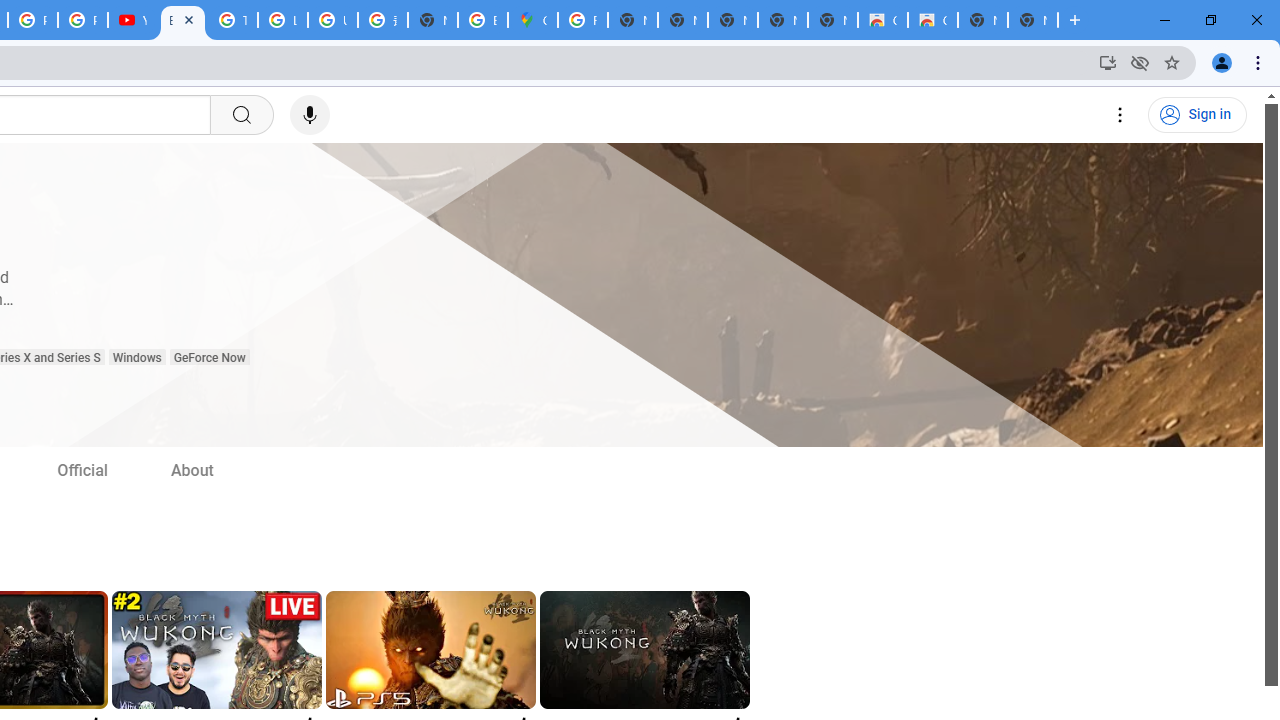  I want to click on 'Tips & tricks for Chrome - Google Chrome Help', so click(232, 20).